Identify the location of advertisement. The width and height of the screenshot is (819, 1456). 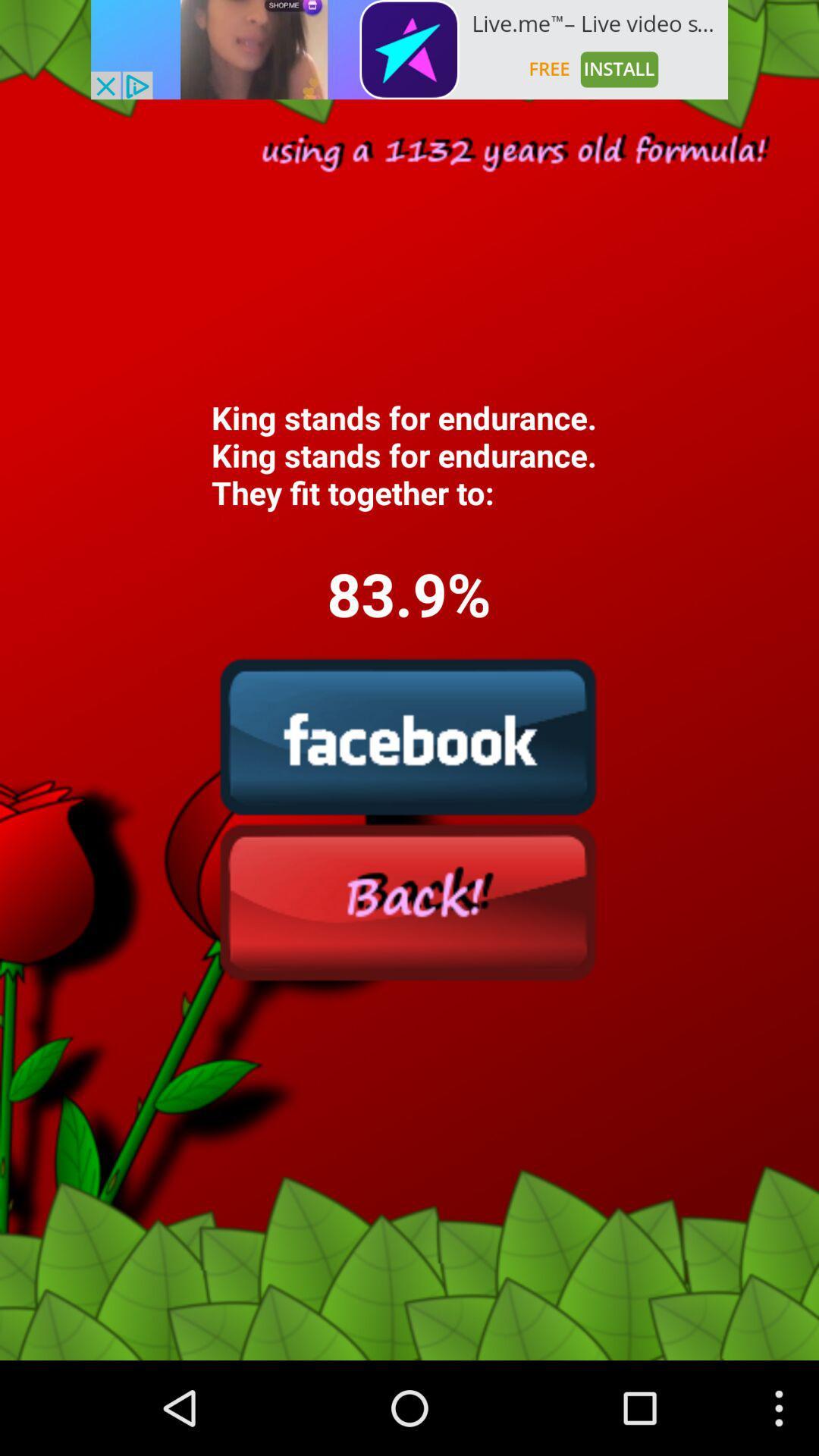
(409, 49).